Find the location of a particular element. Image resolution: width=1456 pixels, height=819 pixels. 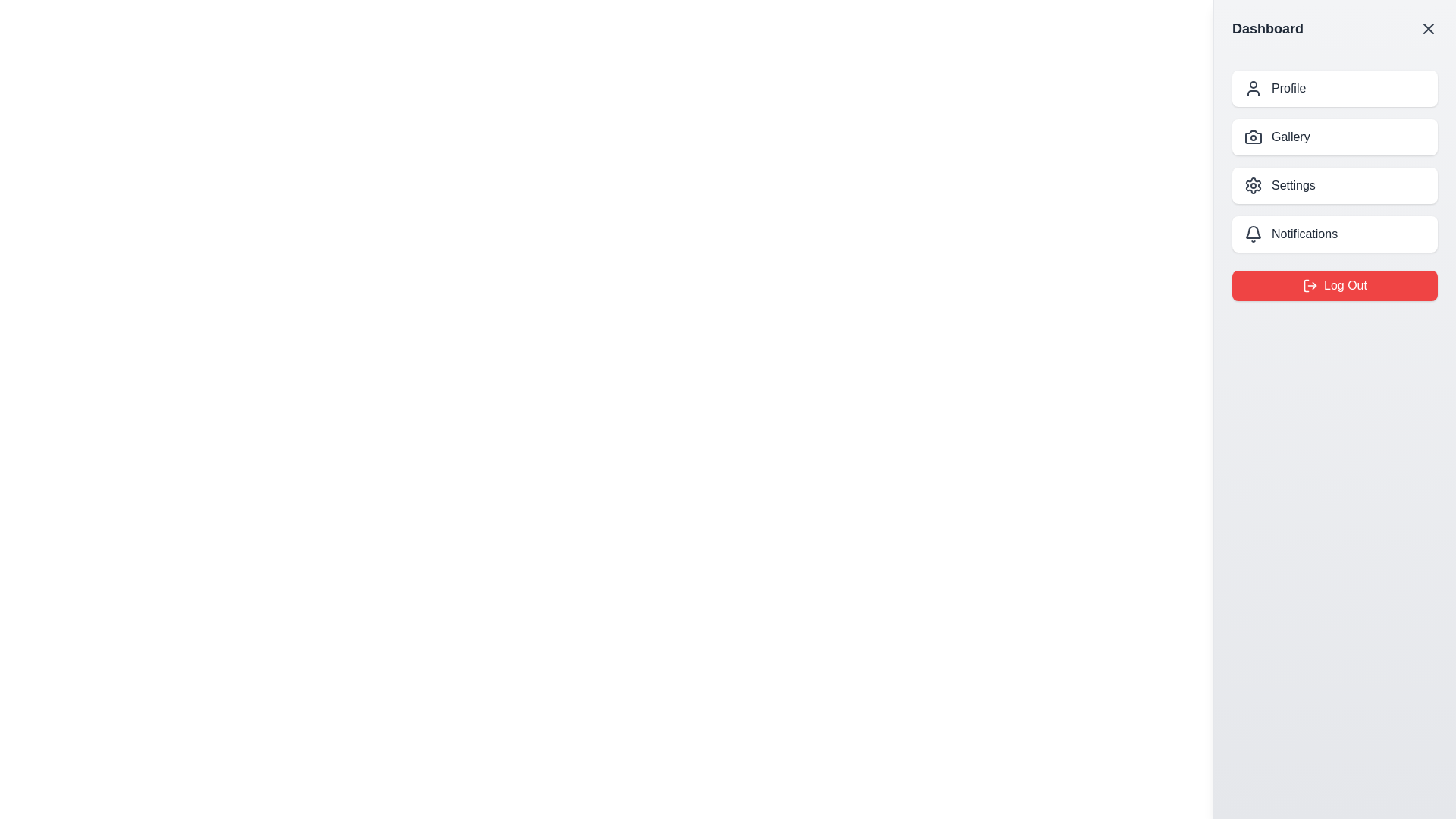

the small 'X' icon button located at the top-right corner of the sidebar for visual feedback is located at coordinates (1427, 29).